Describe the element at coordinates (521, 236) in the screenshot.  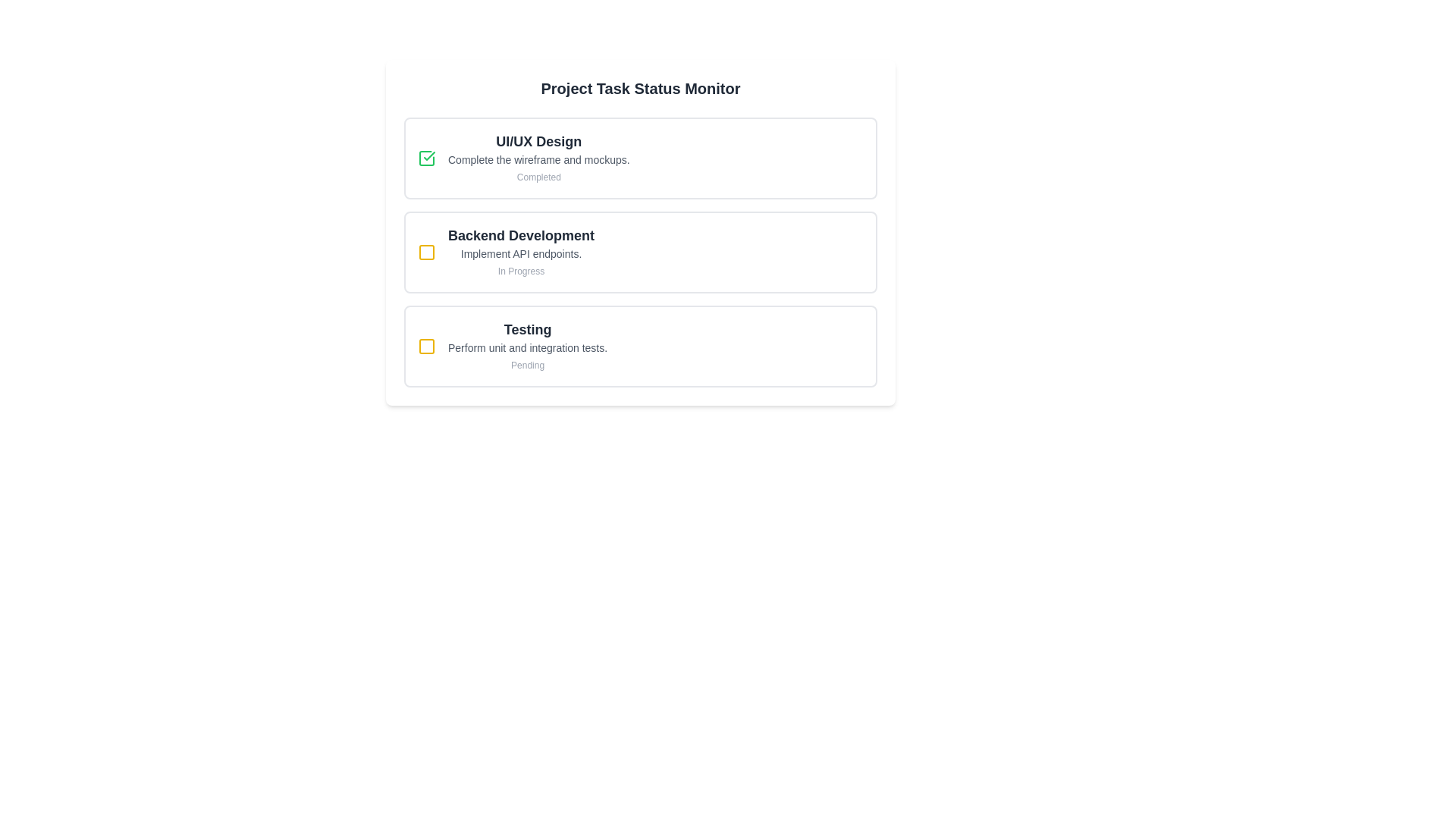
I see `the text label reading 'Backend Development', which is styled in bold font and serves as the title for a task card` at that location.